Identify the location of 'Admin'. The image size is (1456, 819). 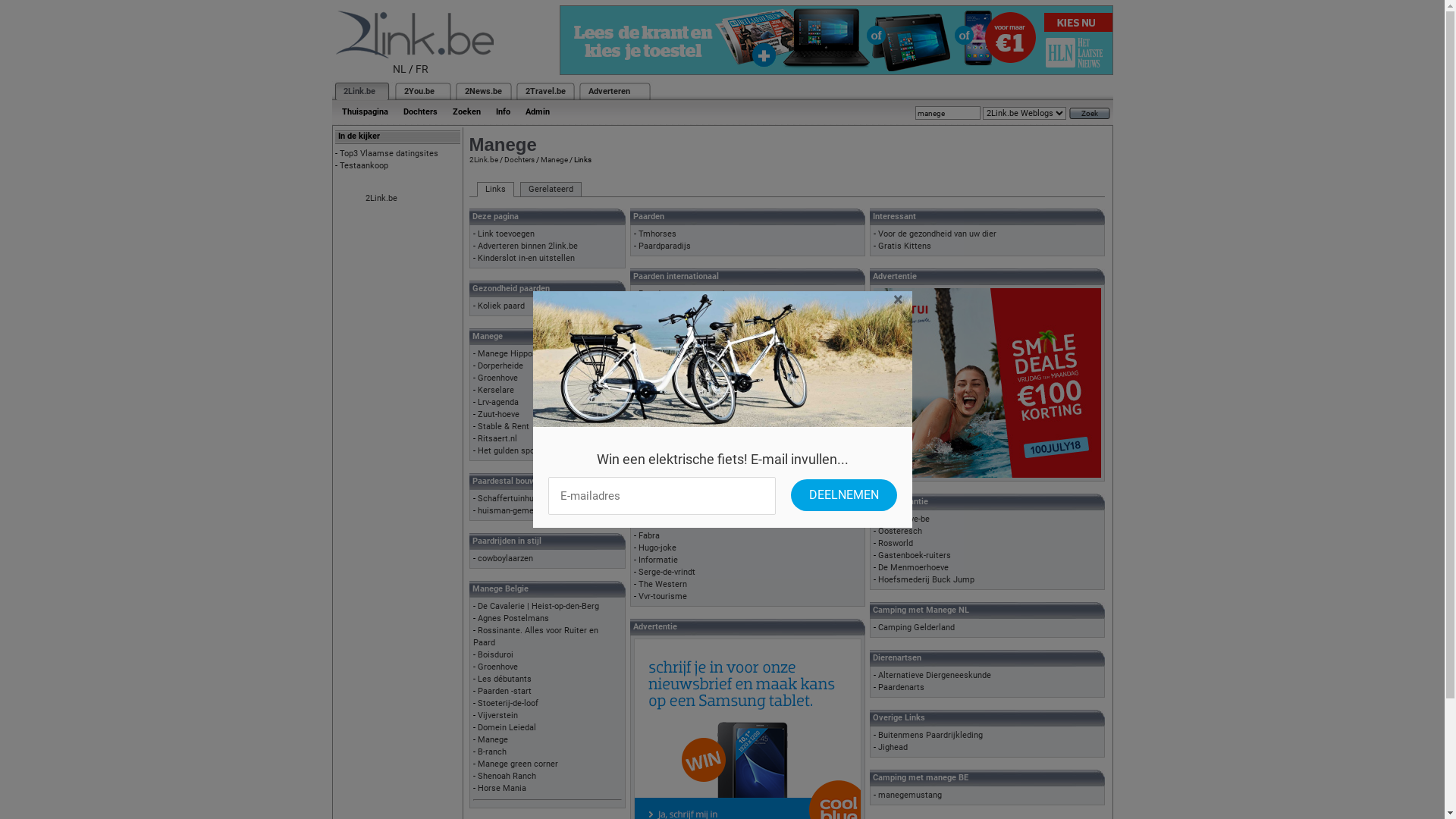
(516, 111).